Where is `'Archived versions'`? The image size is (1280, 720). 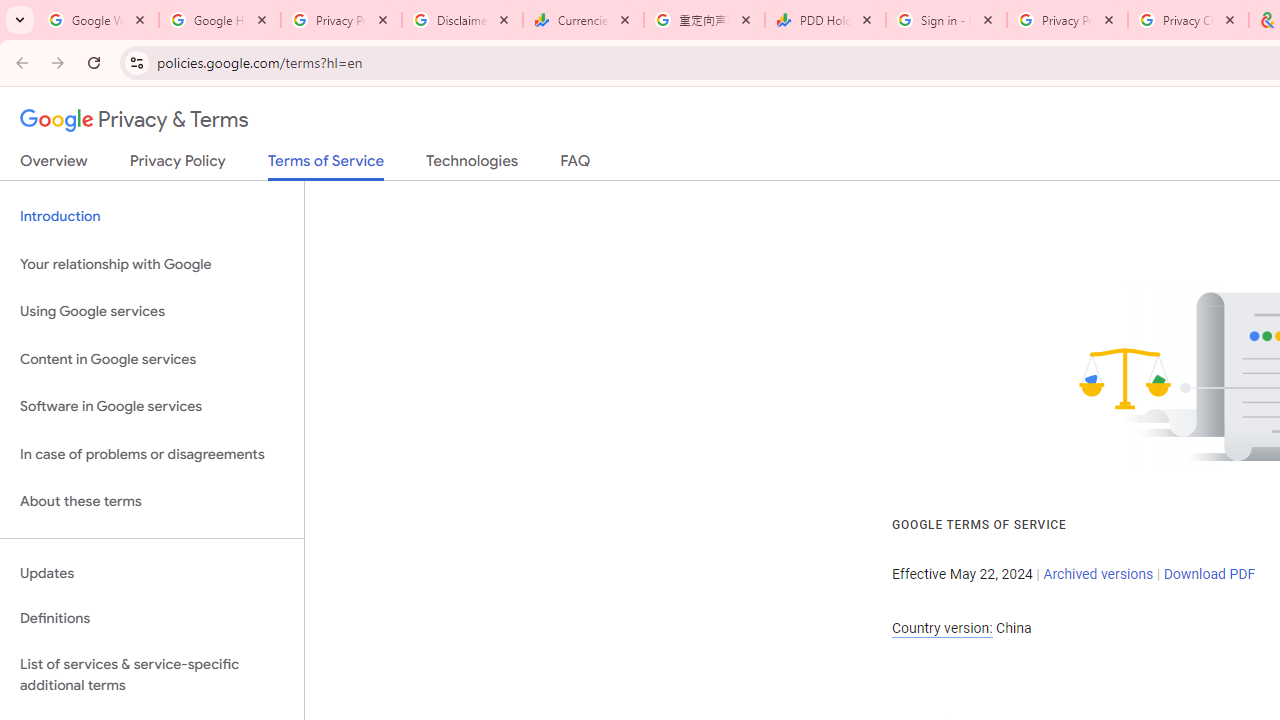 'Archived versions' is located at coordinates (1097, 574).